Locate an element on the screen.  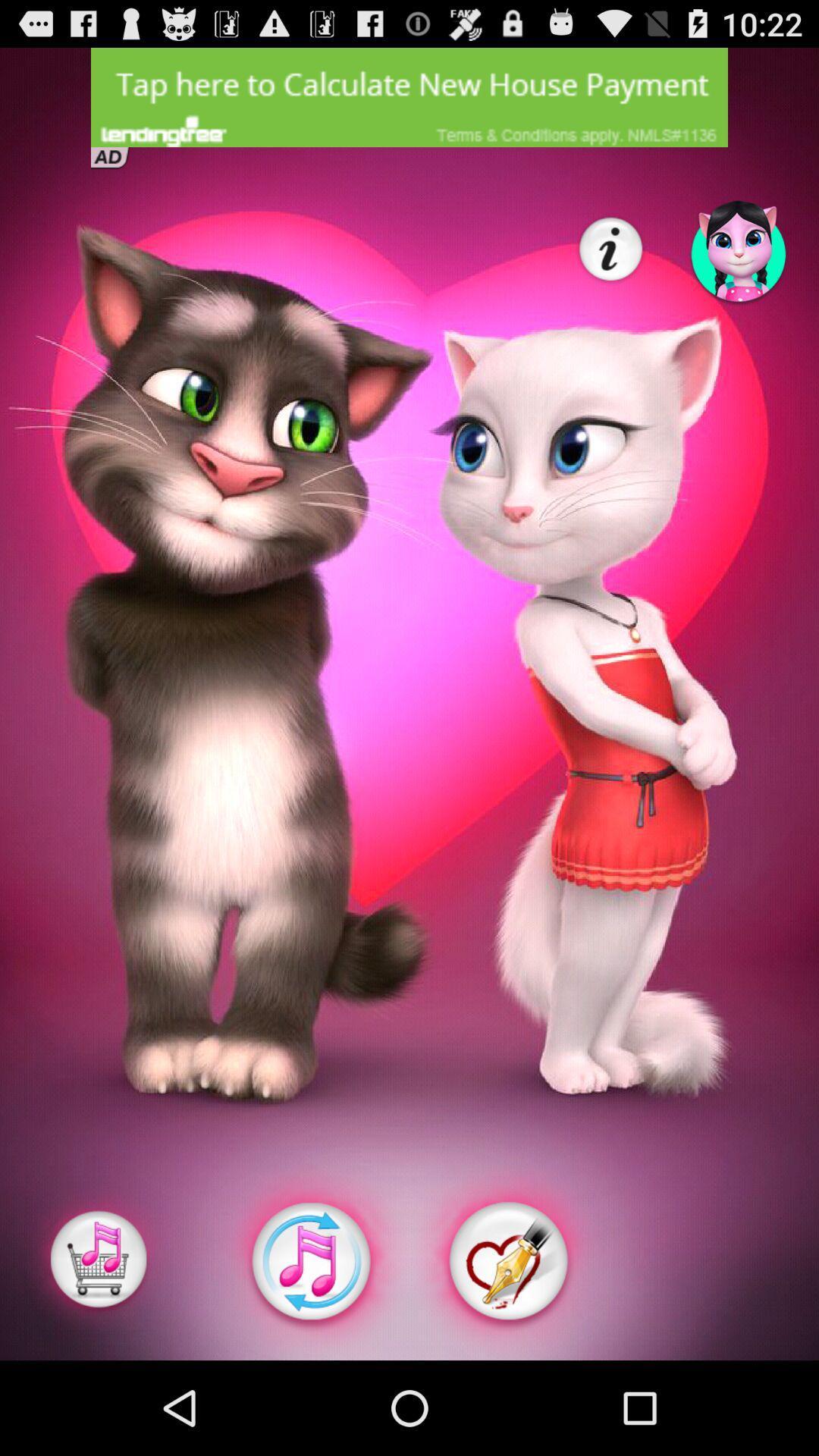
visit lending tree website is located at coordinates (409, 96).